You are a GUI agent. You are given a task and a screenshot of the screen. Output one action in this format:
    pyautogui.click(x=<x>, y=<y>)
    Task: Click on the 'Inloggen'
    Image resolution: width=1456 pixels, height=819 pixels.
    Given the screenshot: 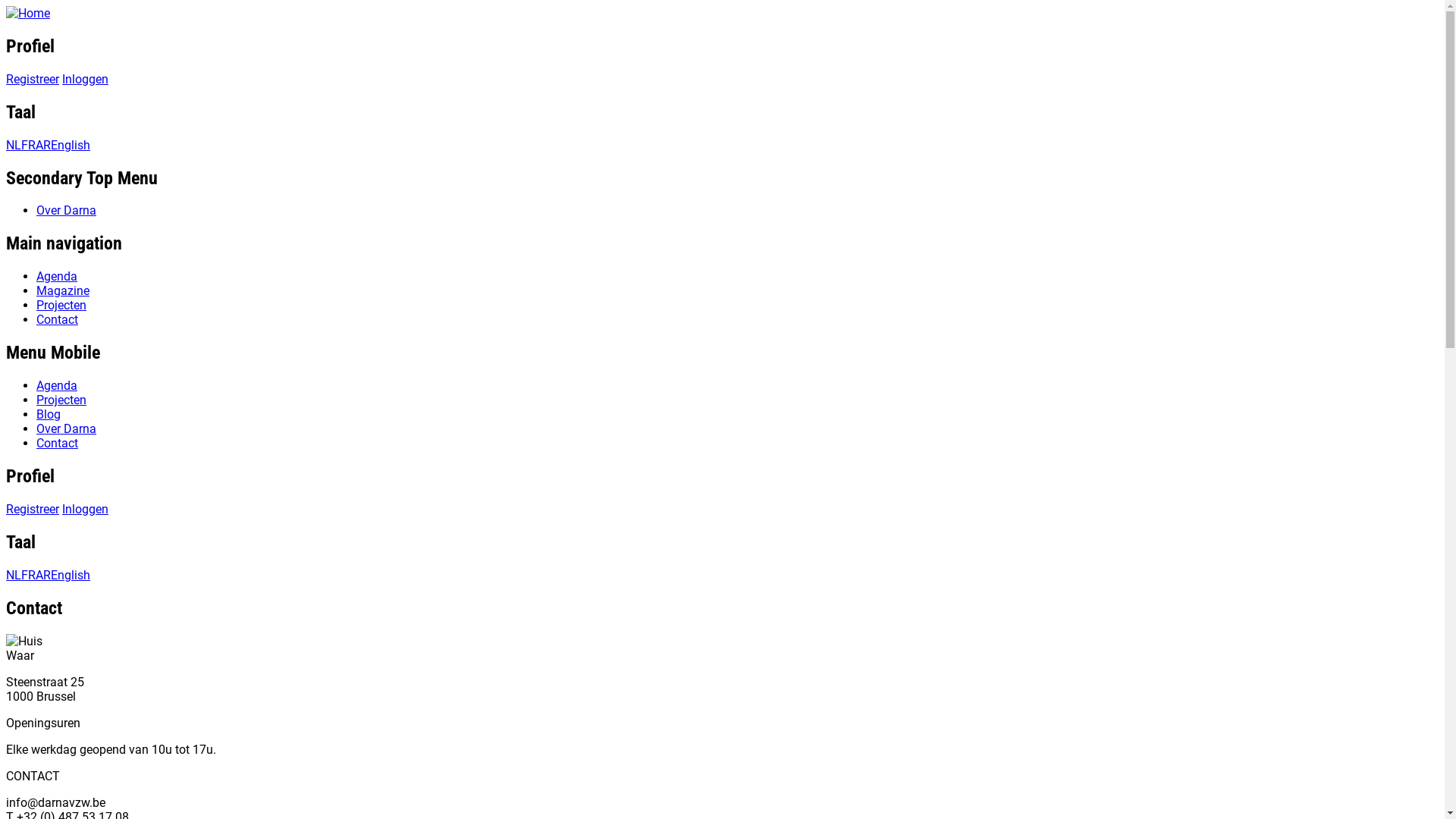 What is the action you would take?
    pyautogui.click(x=84, y=79)
    